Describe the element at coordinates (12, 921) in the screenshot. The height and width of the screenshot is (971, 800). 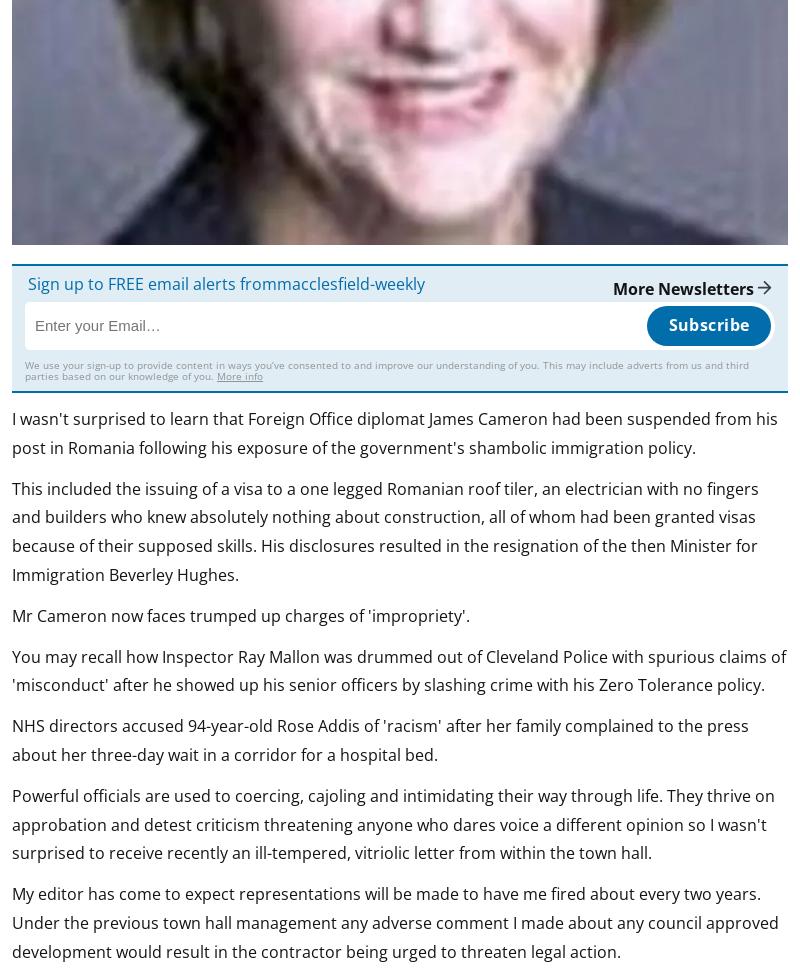
I see `'My editor has come to expect representations will be made to have me fired about every two years. Under the previous town hall management any adverse comment I made about any council approved development would result in the contractor being urged to threaten legal action.'` at that location.